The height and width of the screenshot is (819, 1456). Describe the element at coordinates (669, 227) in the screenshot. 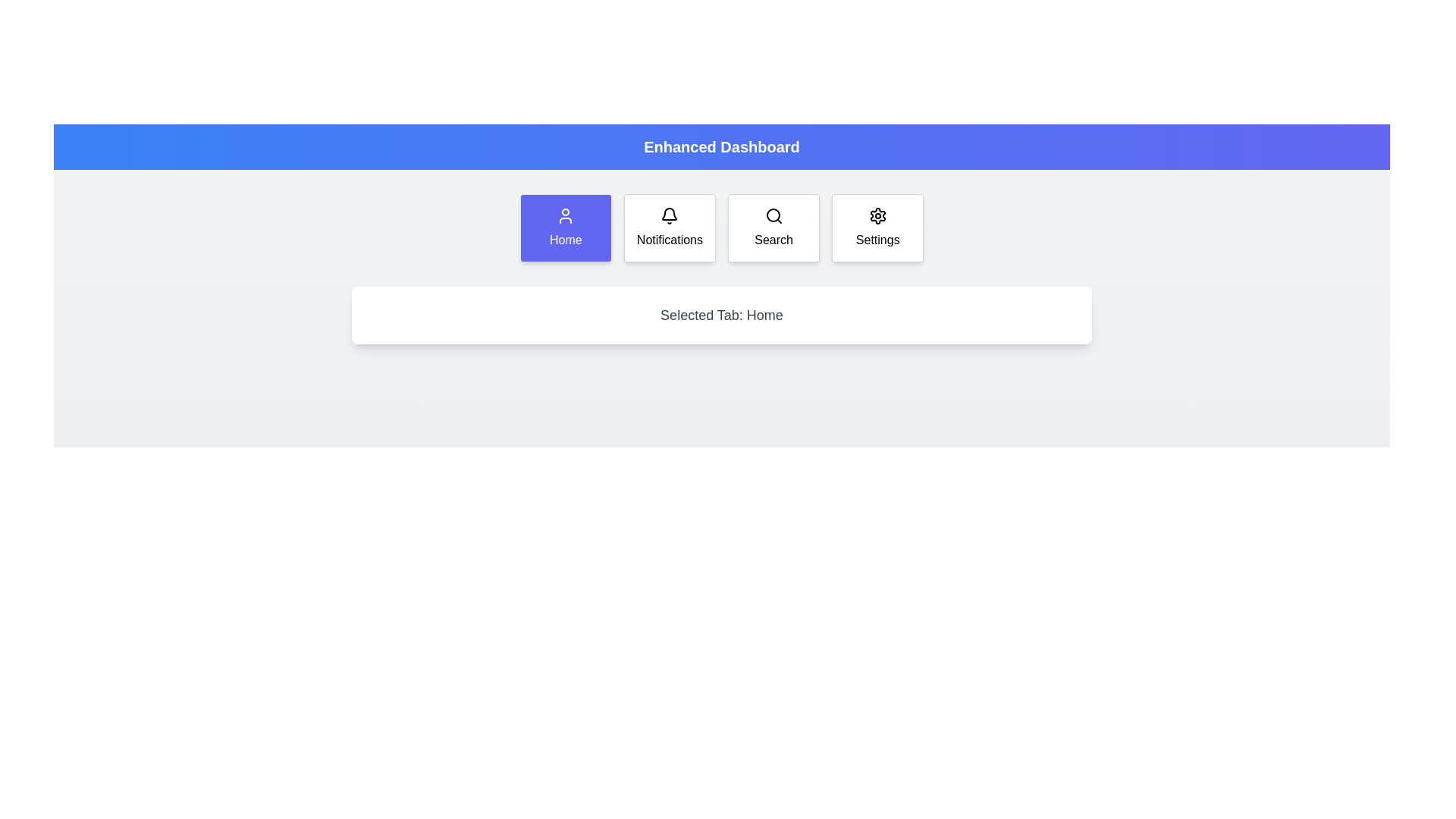

I see `the 'Notifications' button, which is the second button in a horizontal group of four buttons labeled 'Home', 'Notifications', 'Search', and 'Settings', to trigger visual feedback` at that location.